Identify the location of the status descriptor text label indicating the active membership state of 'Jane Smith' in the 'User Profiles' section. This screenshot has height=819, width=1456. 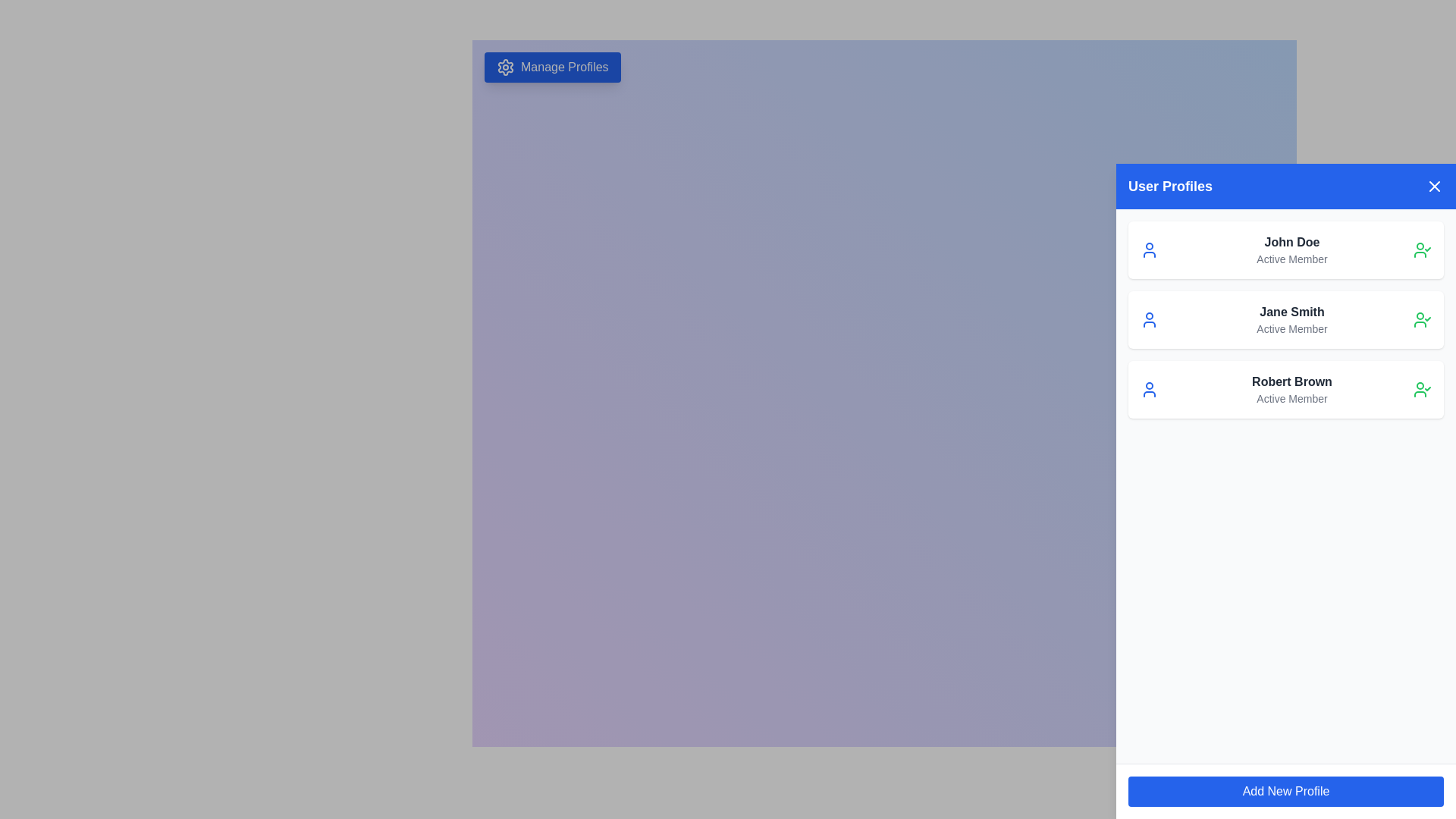
(1291, 328).